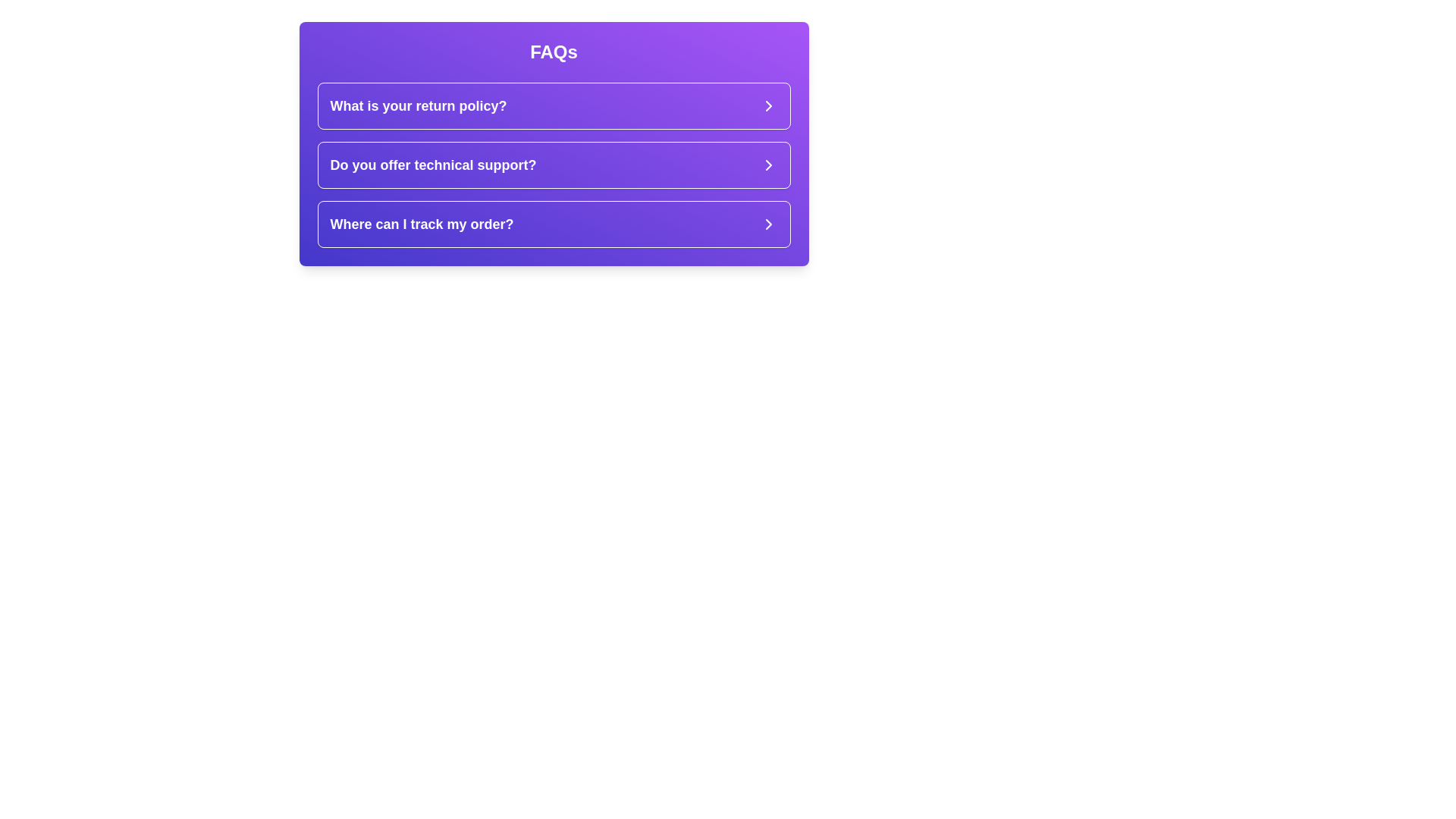 This screenshot has height=819, width=1456. Describe the element at coordinates (422, 224) in the screenshot. I see `the first static text element in the FAQ section that serves as a question about order tracking, located below 'What is your return policy?' and 'Do you offer technical support?'` at that location.